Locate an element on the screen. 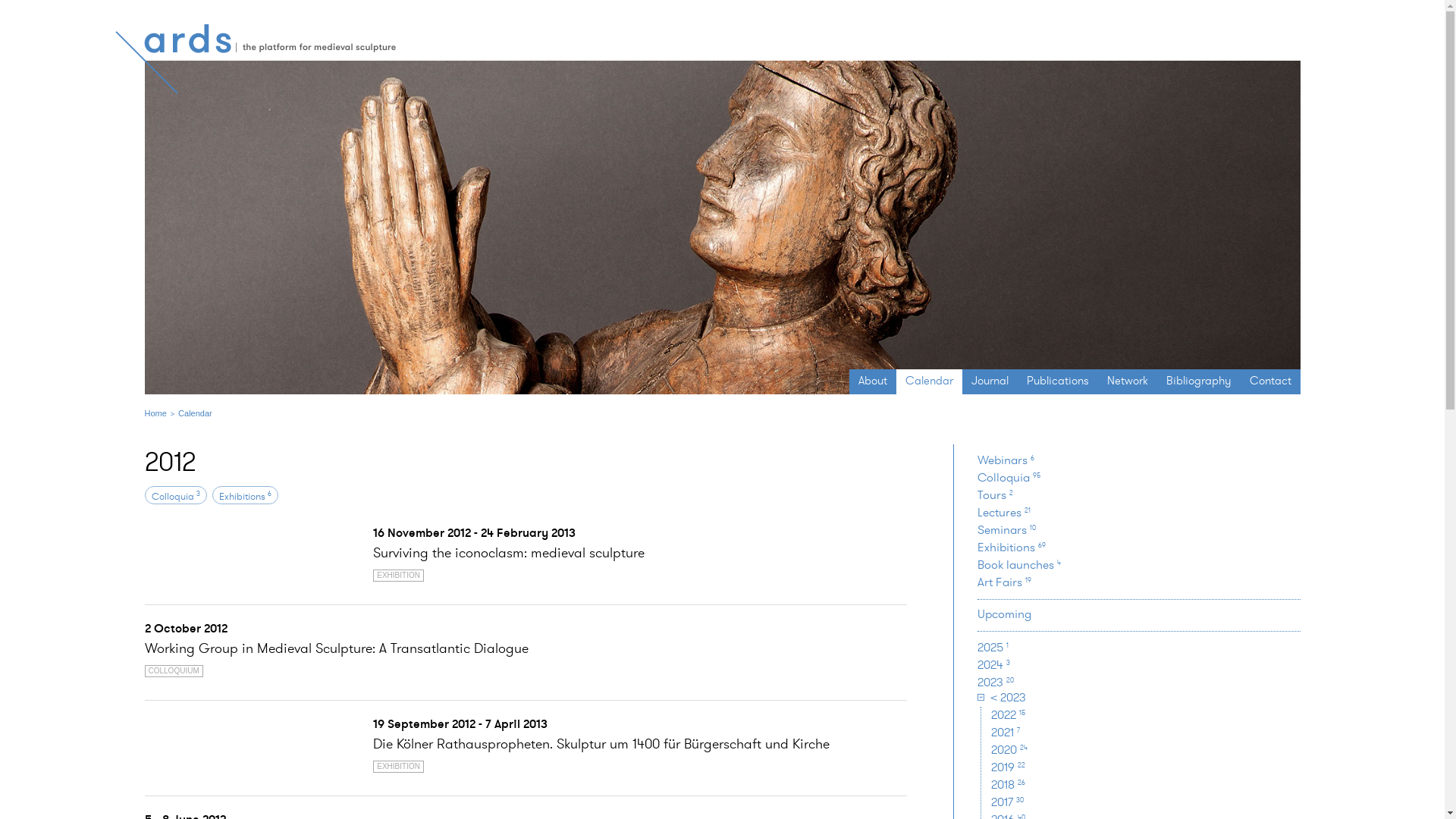  'Webinars 6' is located at coordinates (1006, 459).